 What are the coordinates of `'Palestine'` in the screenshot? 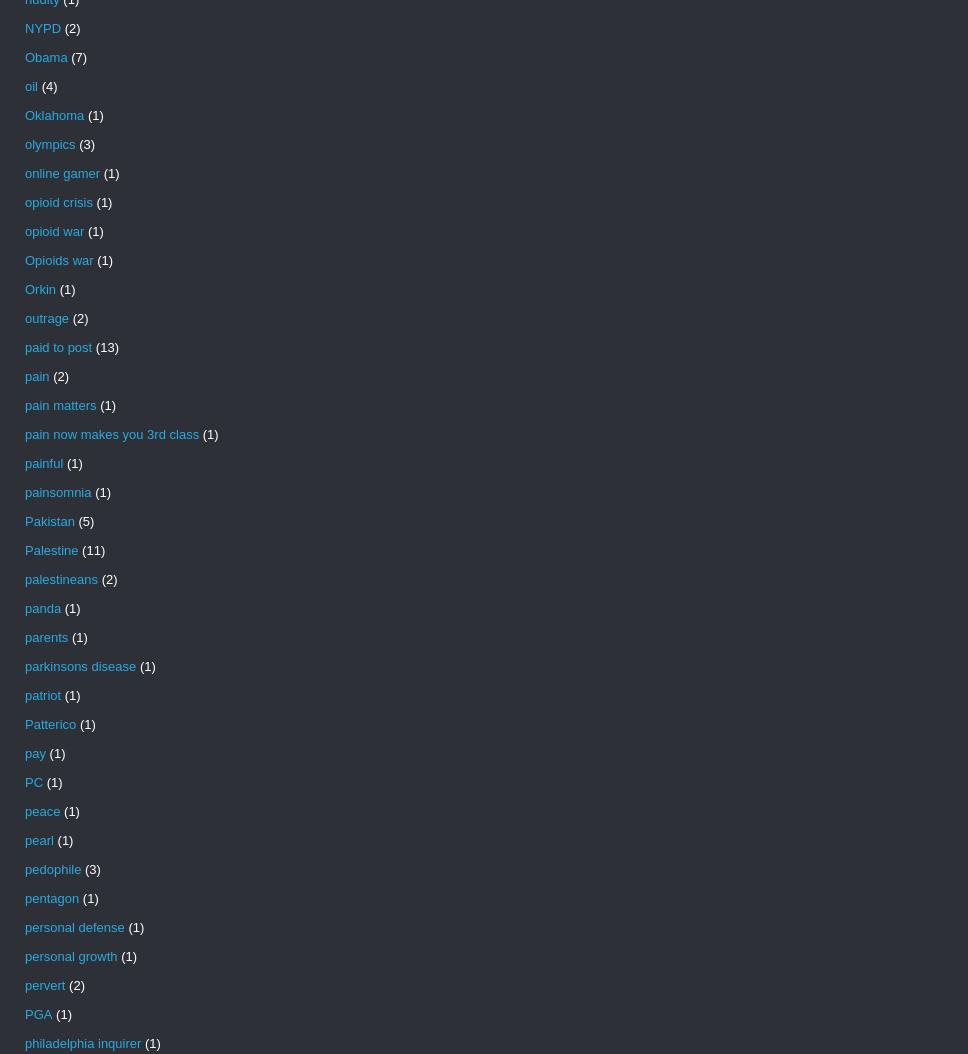 It's located at (24, 550).